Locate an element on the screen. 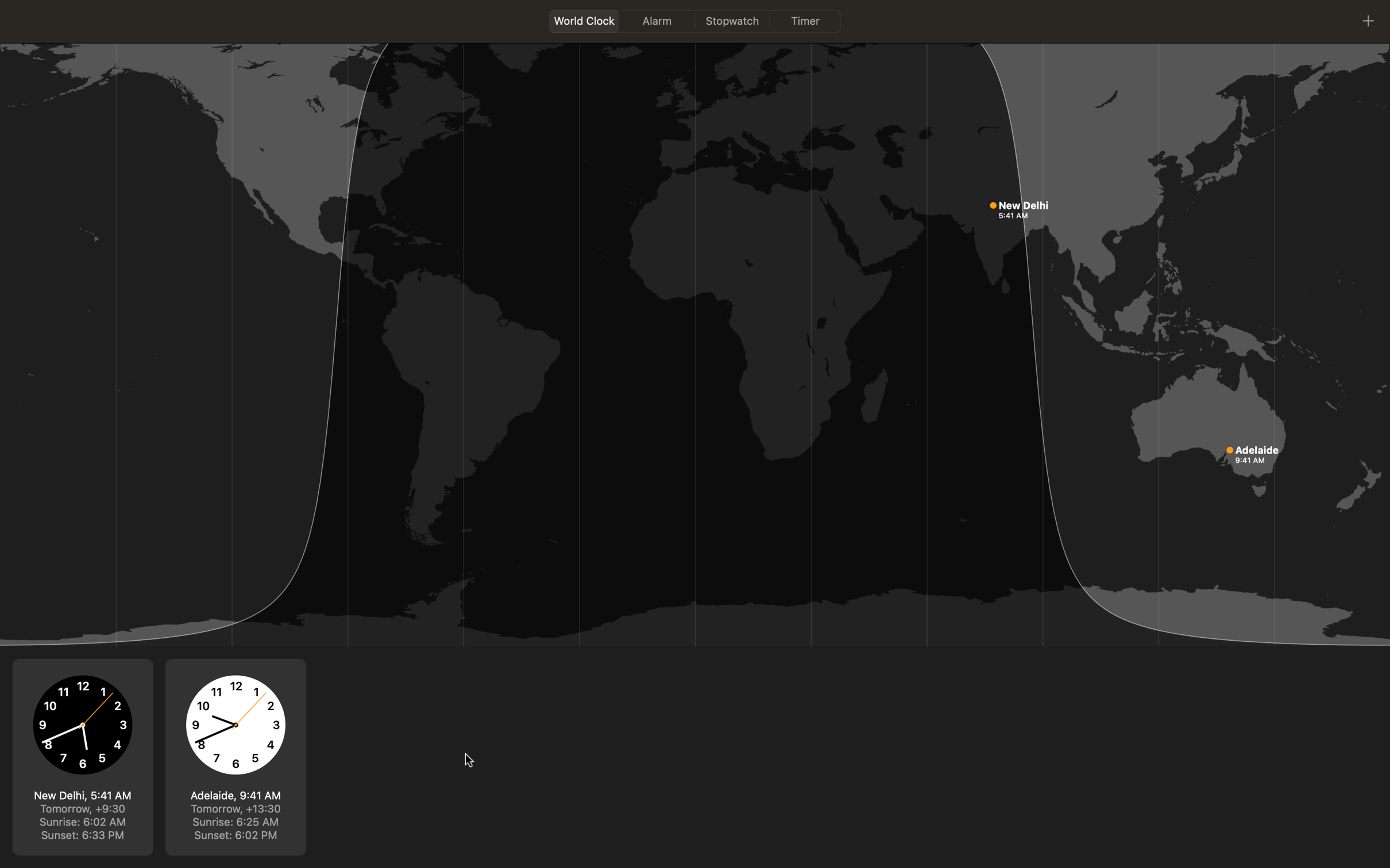  Search Rio de Janeiro to add after hitting + button is located at coordinates (1368, 19).